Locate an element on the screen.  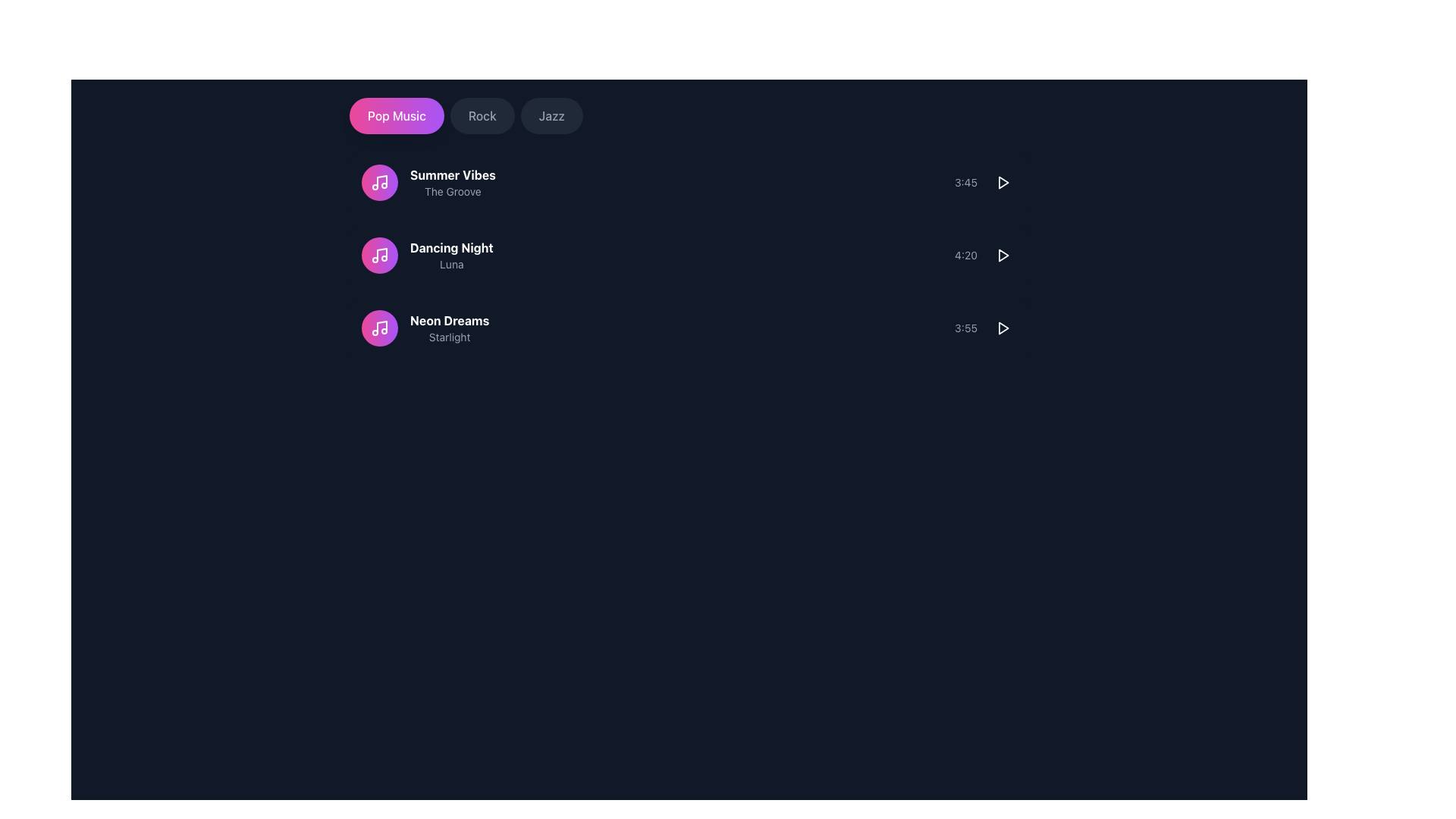
the third entry in the vertically arranged list of music tracks, which displays the title of the music track for selection or playback is located at coordinates (449, 320).